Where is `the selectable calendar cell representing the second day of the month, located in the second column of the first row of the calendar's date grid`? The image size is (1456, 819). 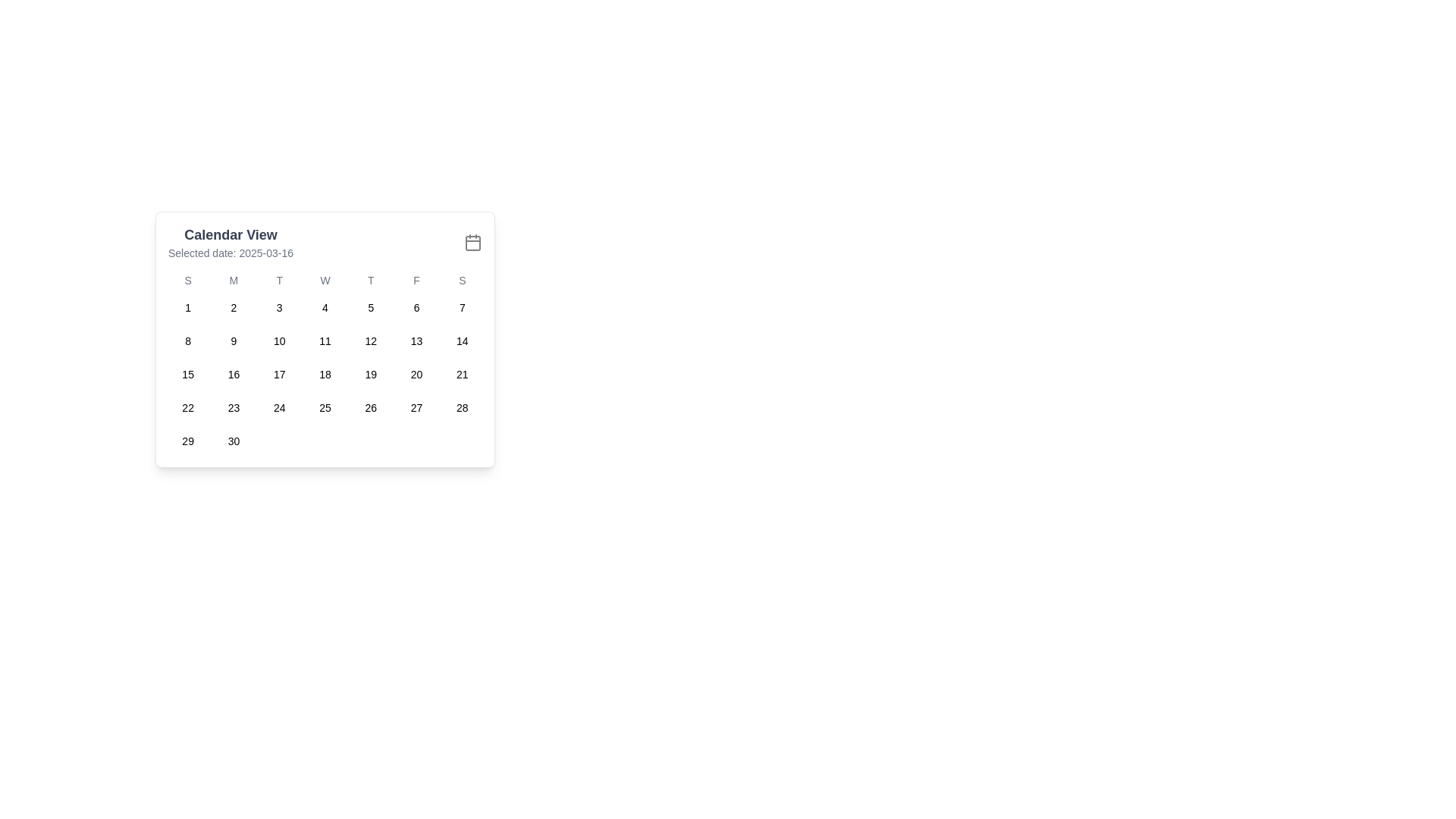
the selectable calendar cell representing the second day of the month, located in the second column of the first row of the calendar's date grid is located at coordinates (233, 307).